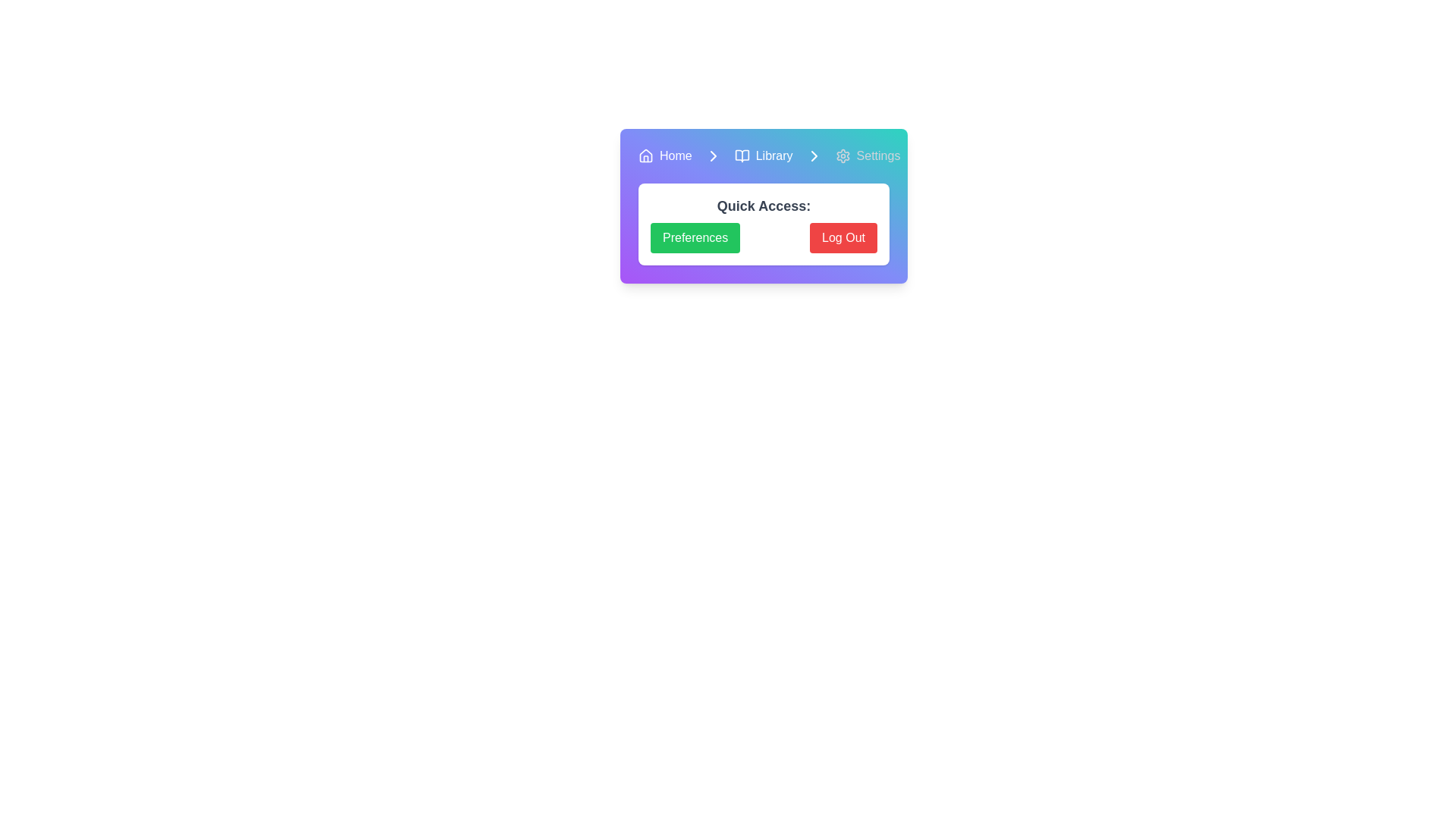 The height and width of the screenshot is (819, 1456). Describe the element at coordinates (842, 155) in the screenshot. I see `the gear icon located in the navigation header, adjacent to the 'Settings' text` at that location.